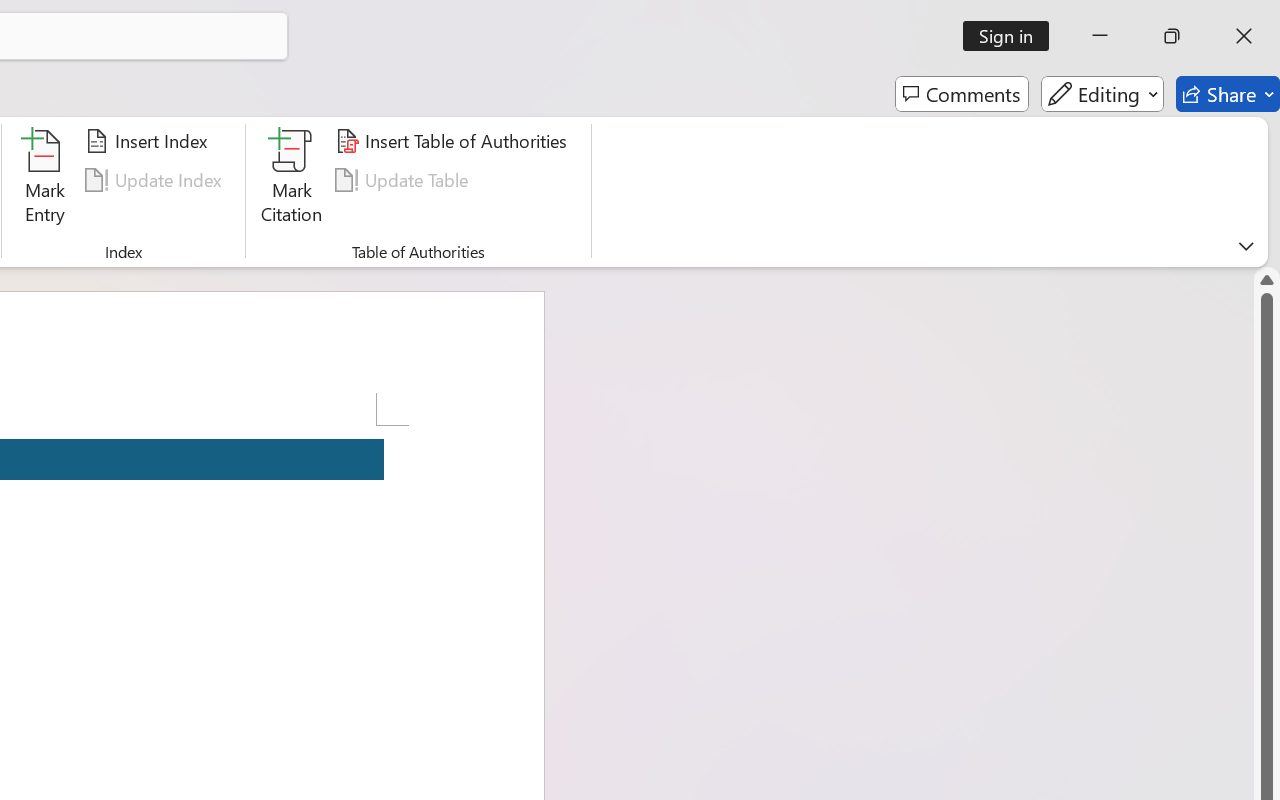 This screenshot has width=1280, height=800. Describe the element at coordinates (404, 179) in the screenshot. I see `'Update Table'` at that location.